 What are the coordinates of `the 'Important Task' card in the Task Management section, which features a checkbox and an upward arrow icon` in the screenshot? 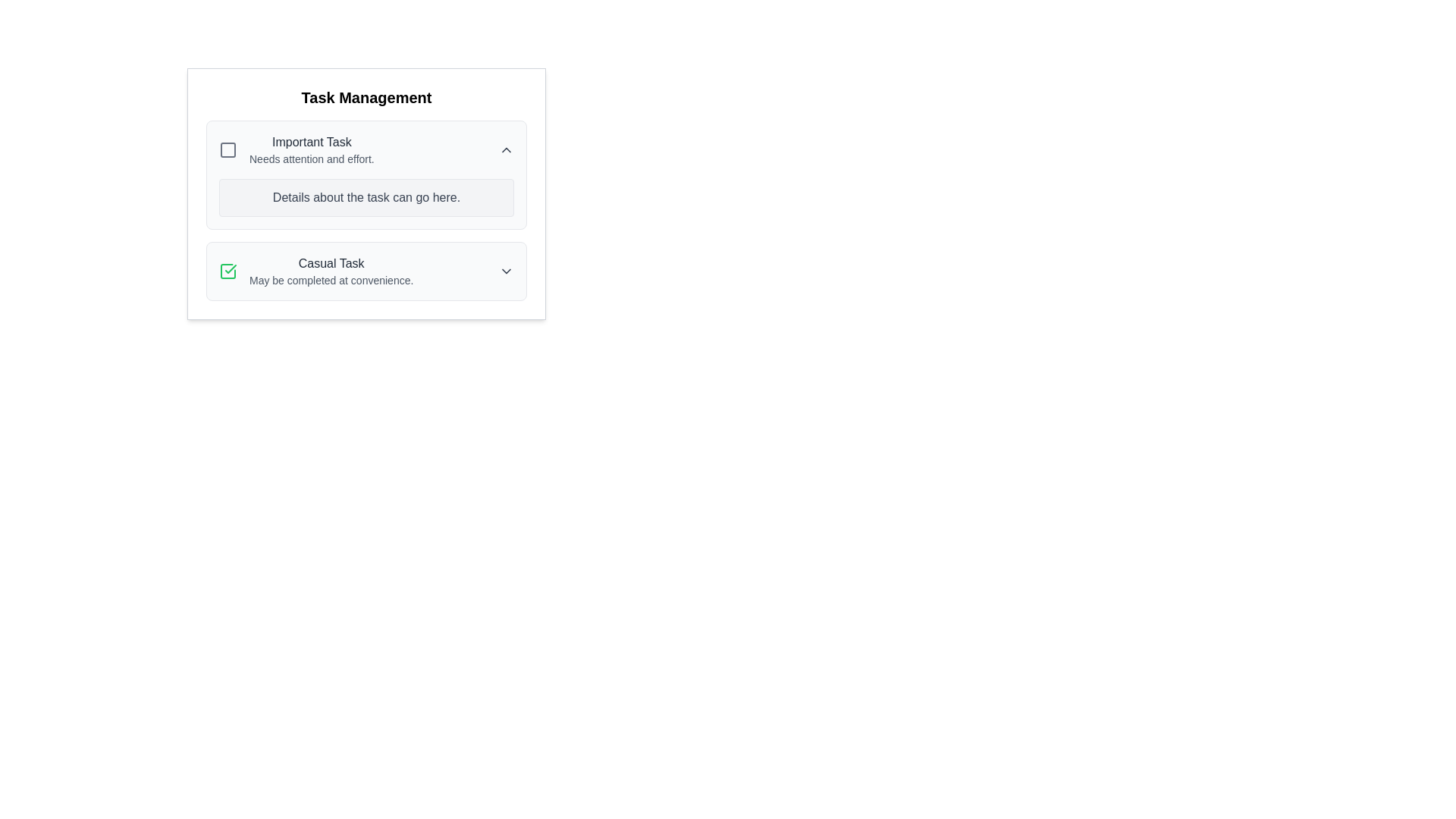 It's located at (366, 149).